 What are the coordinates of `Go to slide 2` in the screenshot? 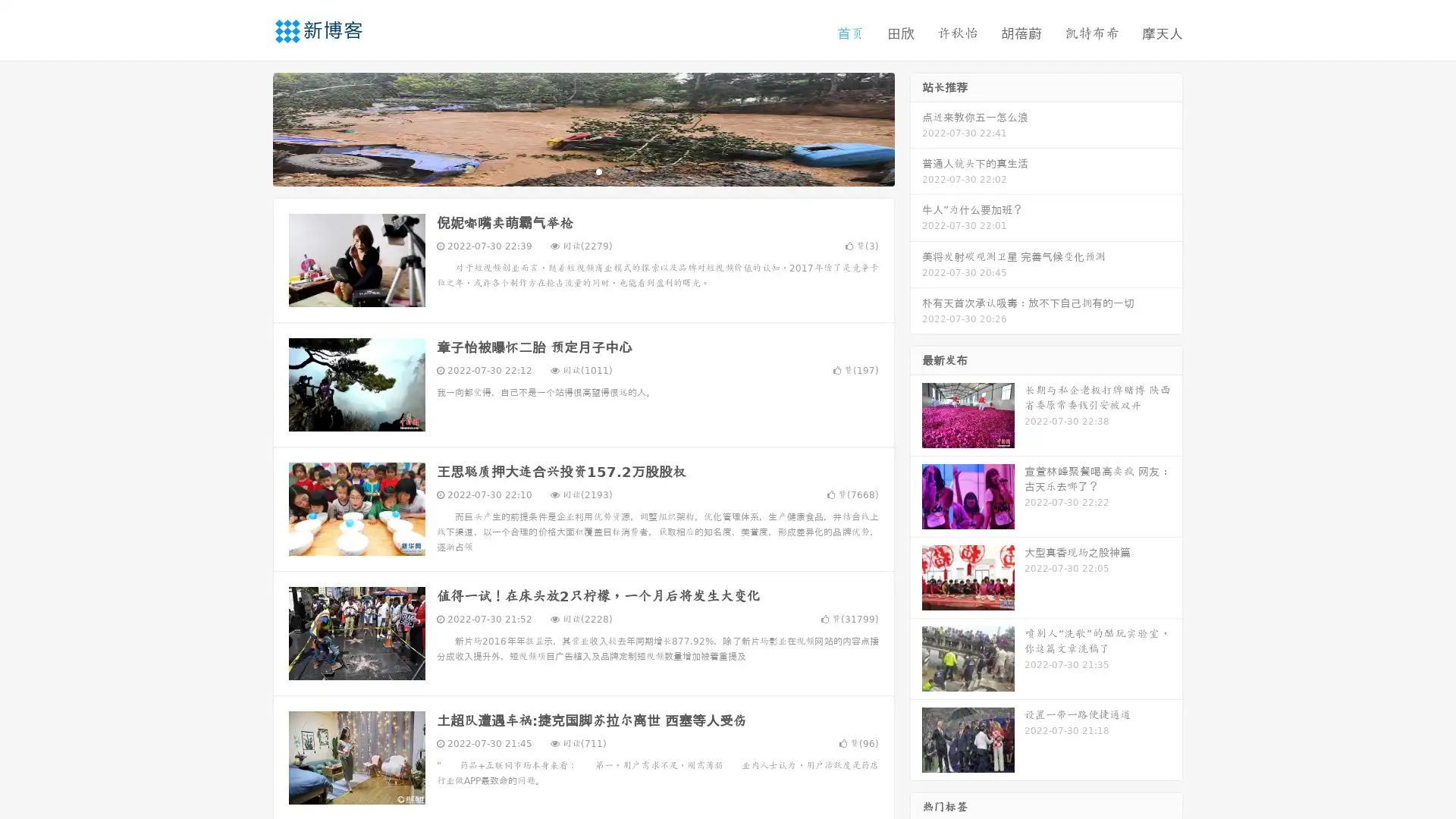 It's located at (582, 171).